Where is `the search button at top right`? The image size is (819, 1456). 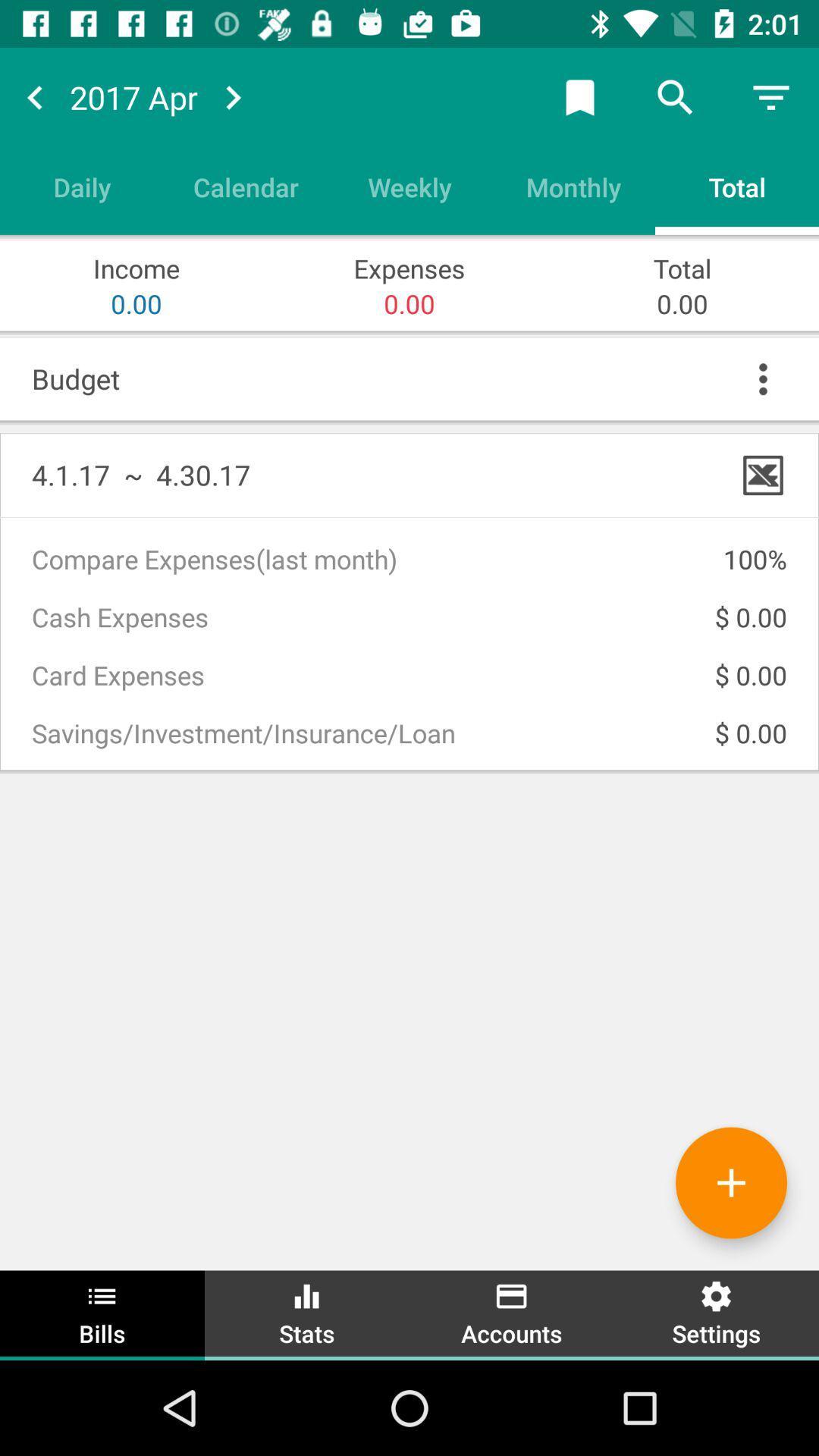
the search button at top right is located at coordinates (675, 96).